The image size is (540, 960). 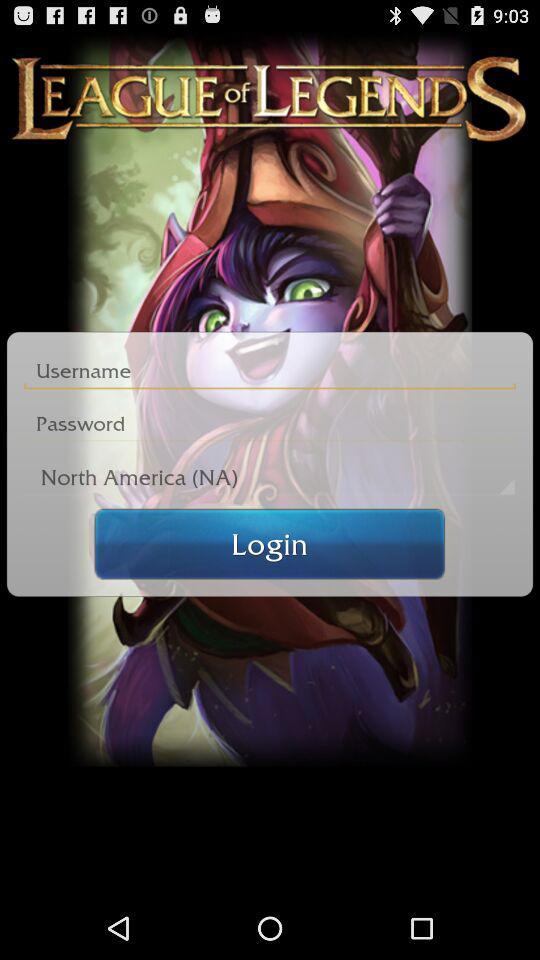 I want to click on input username field, so click(x=270, y=370).